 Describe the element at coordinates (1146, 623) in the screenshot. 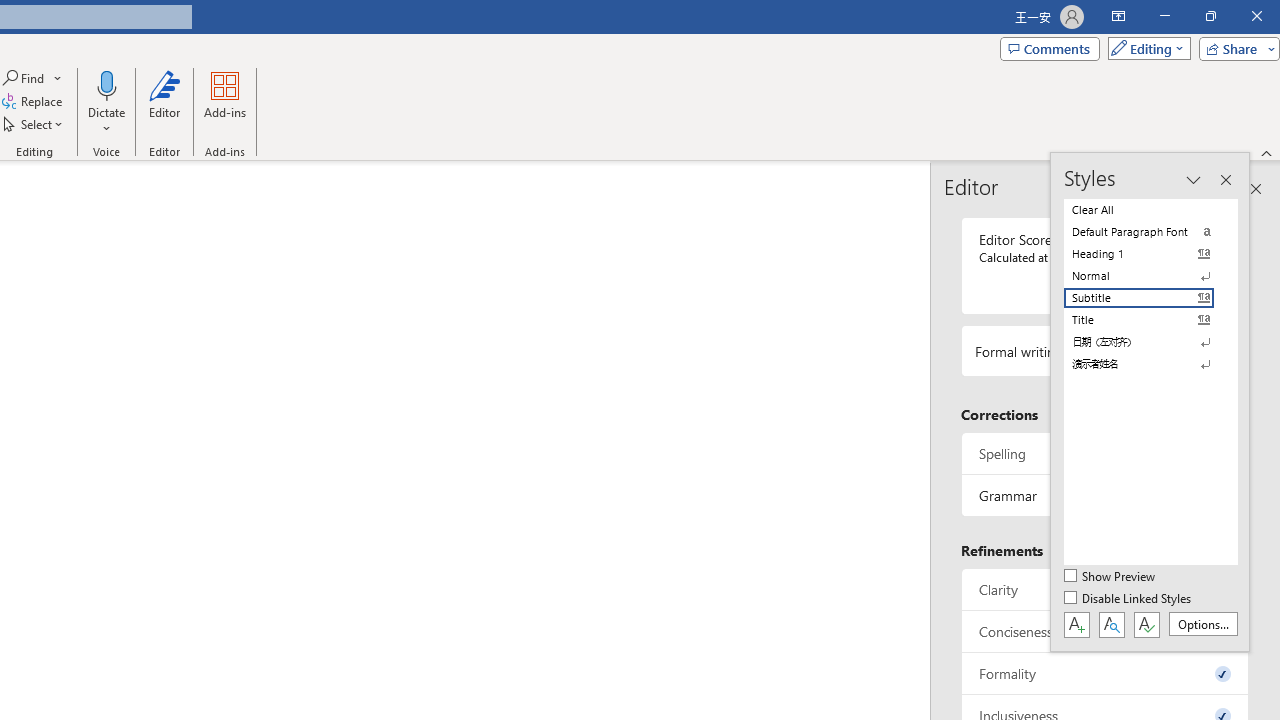

I see `'Class: NetUIButton'` at that location.